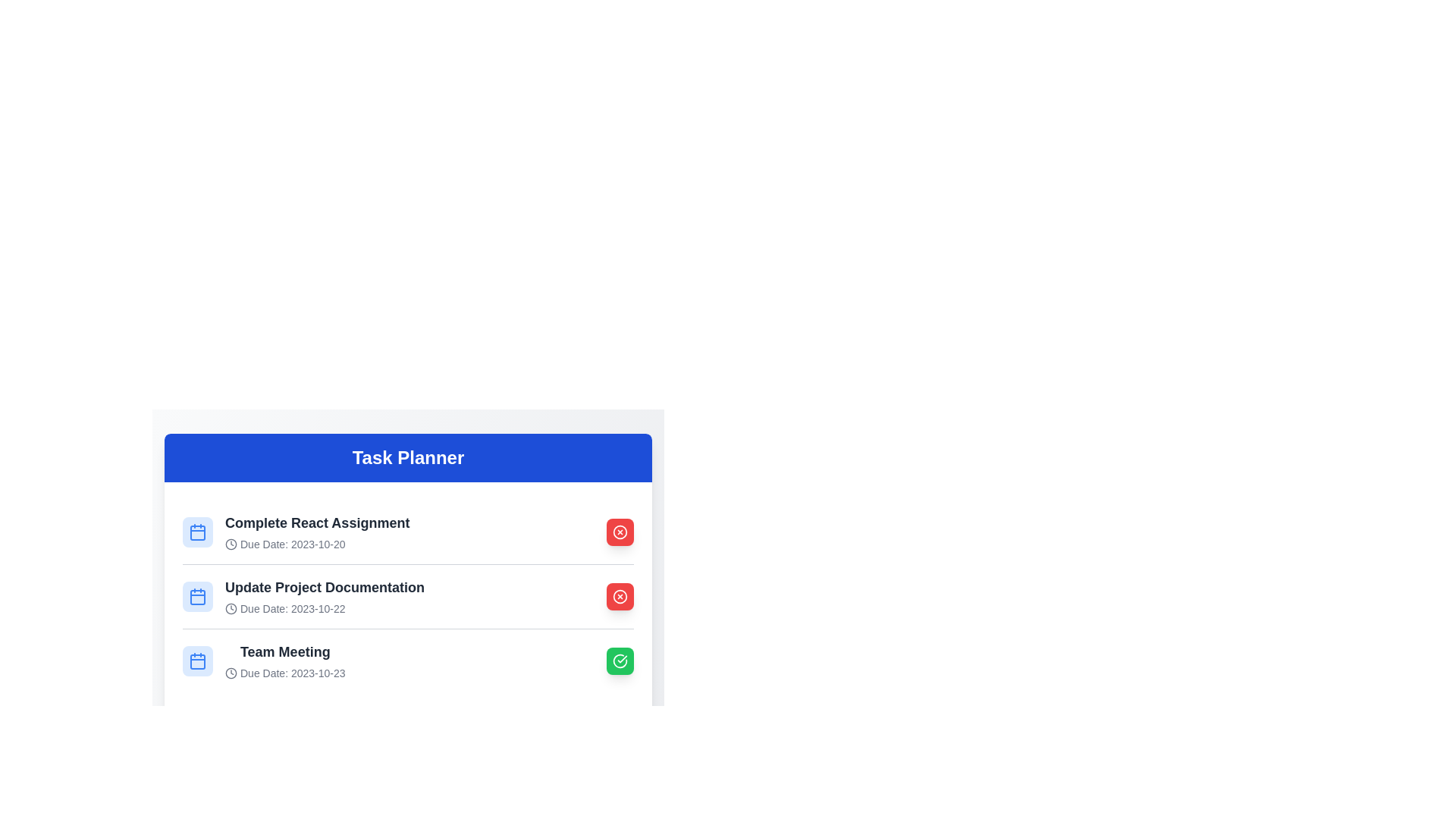 This screenshot has width=1456, height=819. Describe the element at coordinates (196, 596) in the screenshot. I see `the calendar icon, which is a light blue rectangular shape with rounded corners, located on the left side of the 'Update Project Documentation' task entry` at that location.